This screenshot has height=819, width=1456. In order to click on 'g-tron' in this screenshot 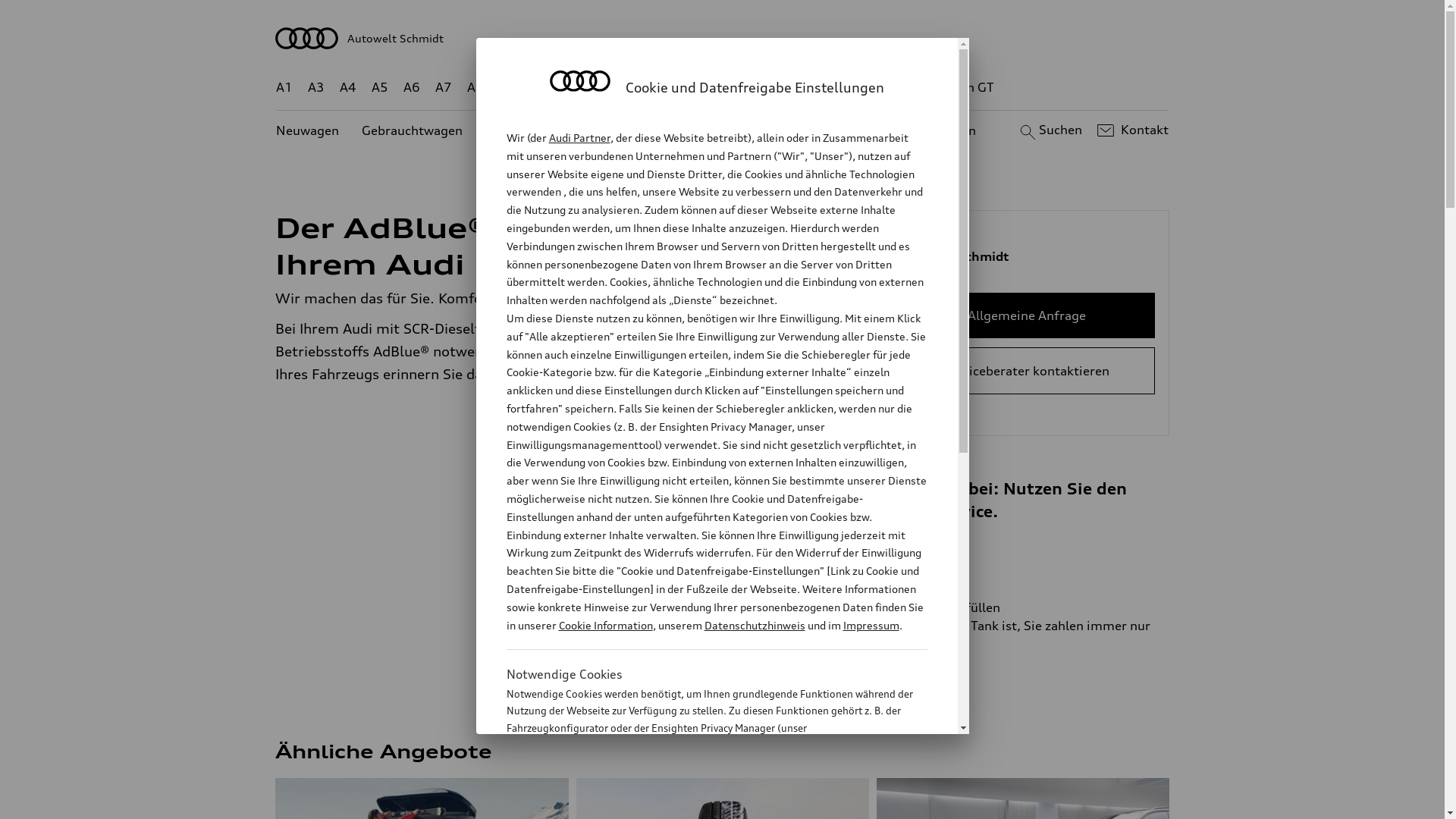, I will do `click(902, 87)`.